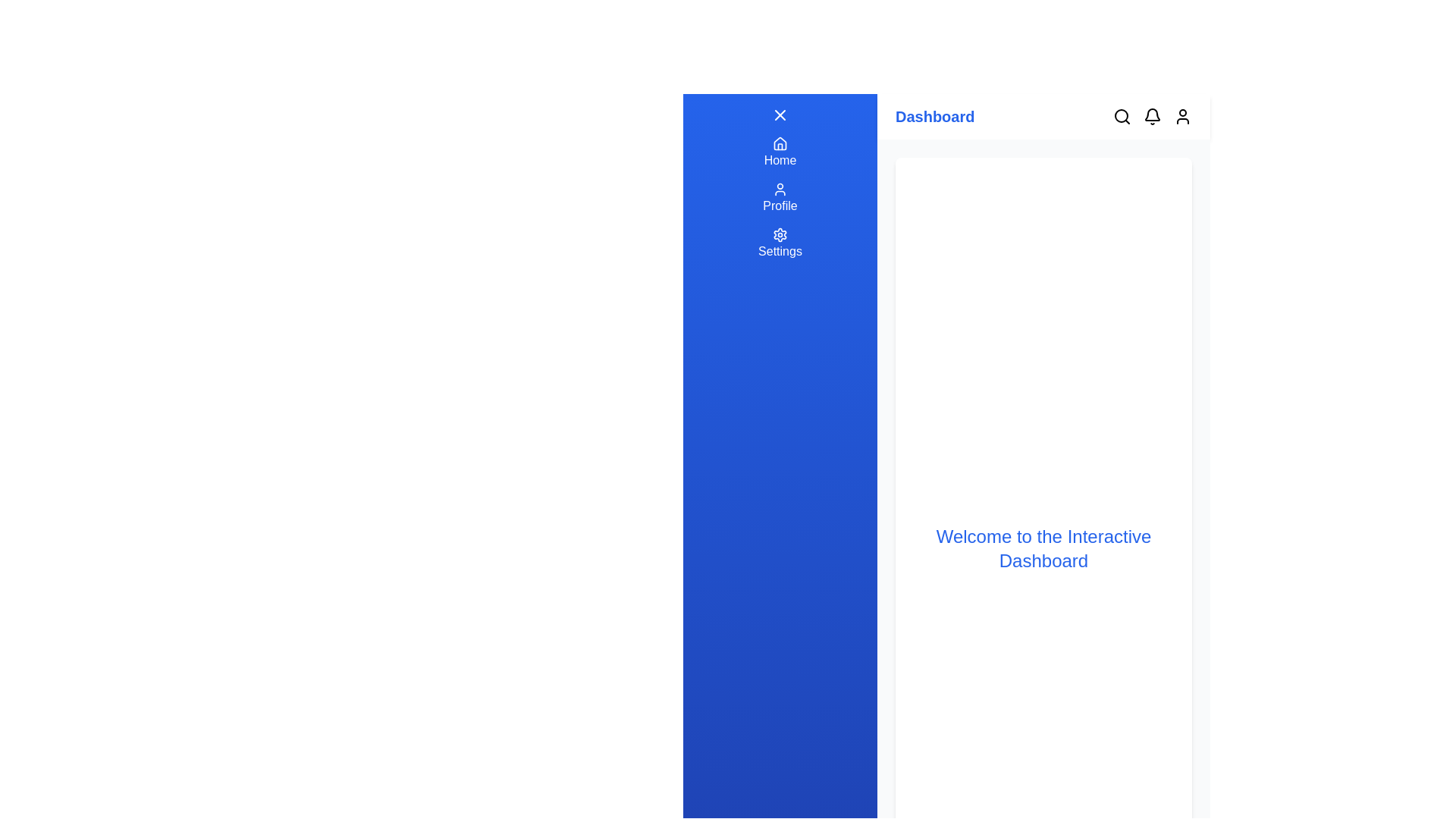  Describe the element at coordinates (780, 114) in the screenshot. I see `the close button at the top of the sidebar panel on the left-hand side of the application` at that location.